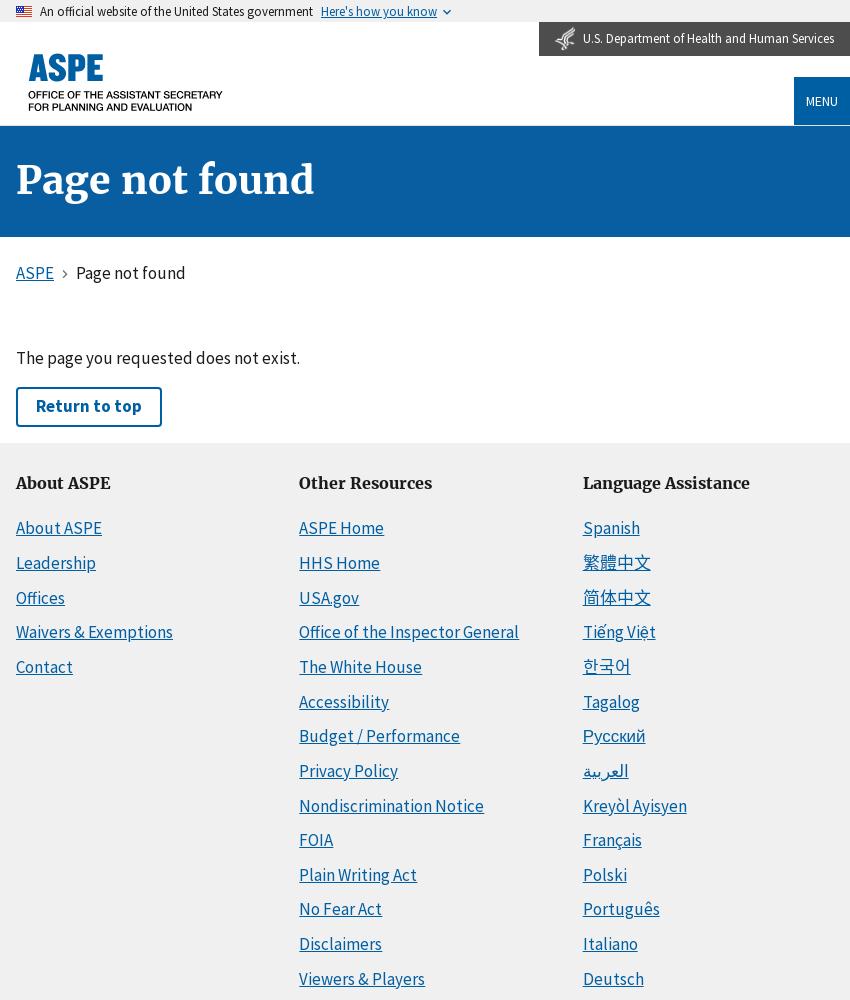 This screenshot has height=1000, width=850. What do you see at coordinates (340, 909) in the screenshot?
I see `'No Fear Act'` at bounding box center [340, 909].